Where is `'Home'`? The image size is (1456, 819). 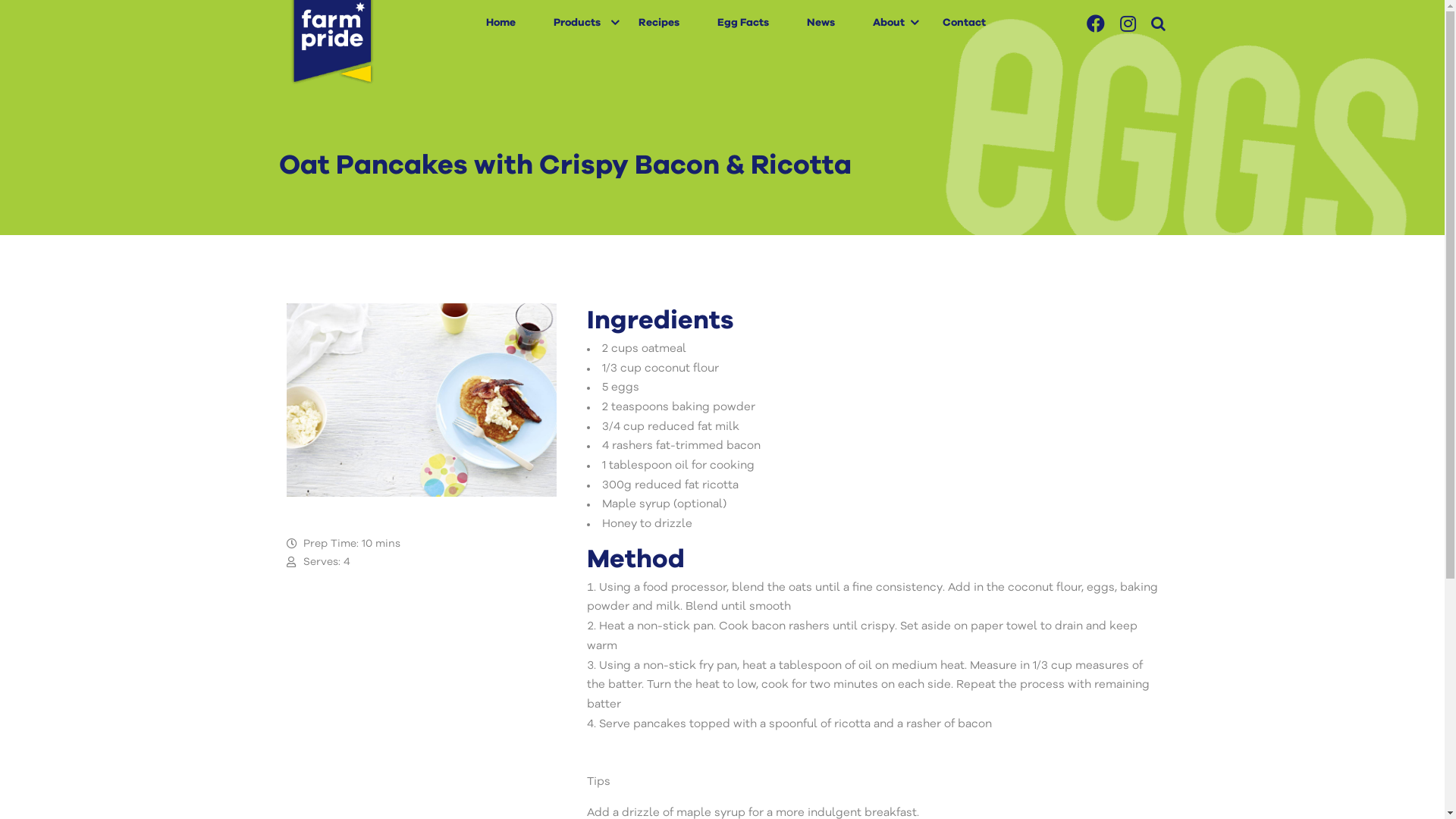 'Home' is located at coordinates (500, 23).